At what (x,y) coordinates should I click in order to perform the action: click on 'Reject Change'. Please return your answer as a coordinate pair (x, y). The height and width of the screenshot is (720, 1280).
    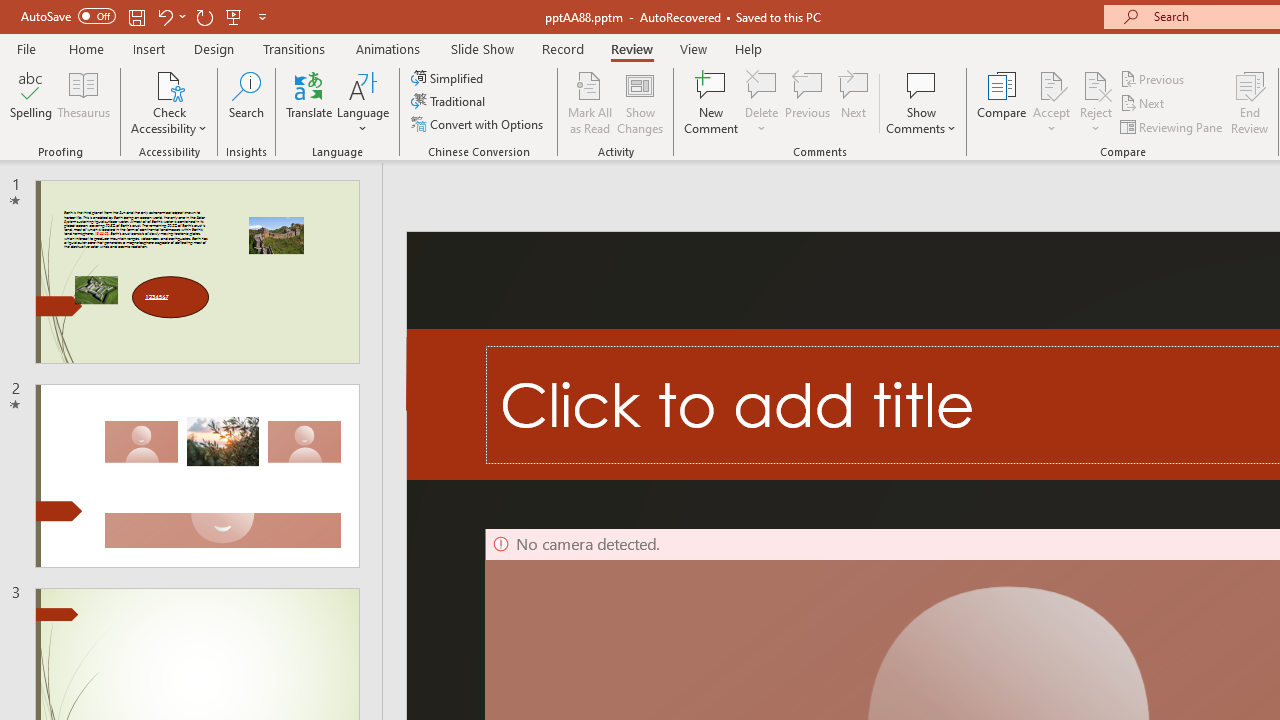
    Looking at the image, I should click on (1095, 84).